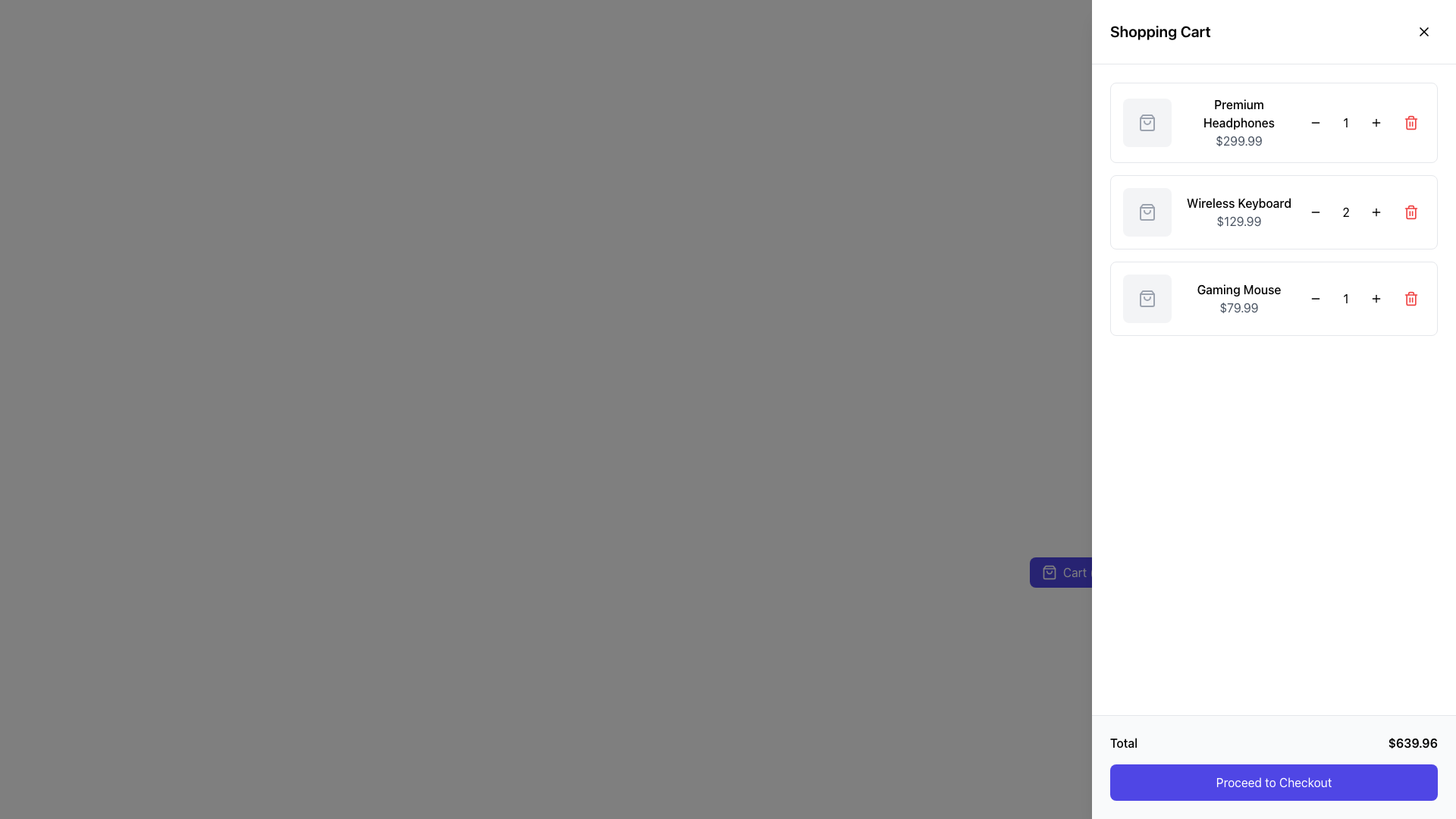  I want to click on the 'Shopping Cart' text label, which is a bold and large font title positioned at the top of the shopping cart interface, so click(1159, 32).